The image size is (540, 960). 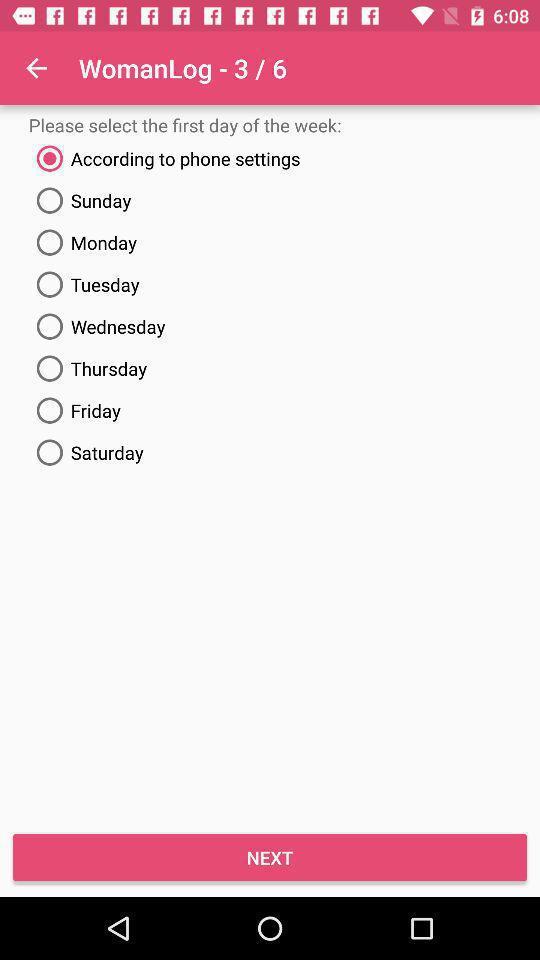 I want to click on next, so click(x=270, y=856).